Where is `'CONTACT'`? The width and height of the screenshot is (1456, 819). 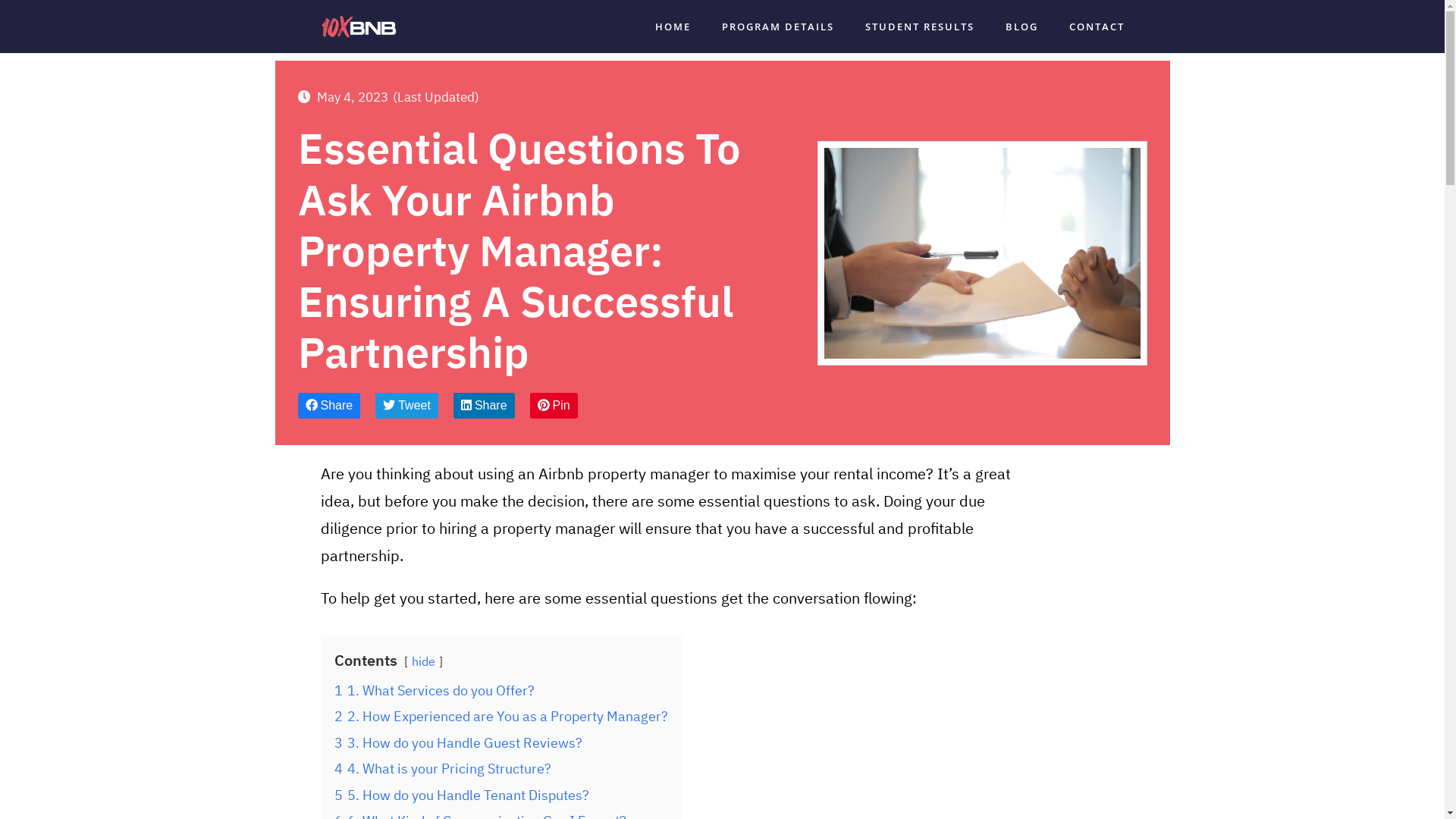
'CONTACT' is located at coordinates (1068, 26).